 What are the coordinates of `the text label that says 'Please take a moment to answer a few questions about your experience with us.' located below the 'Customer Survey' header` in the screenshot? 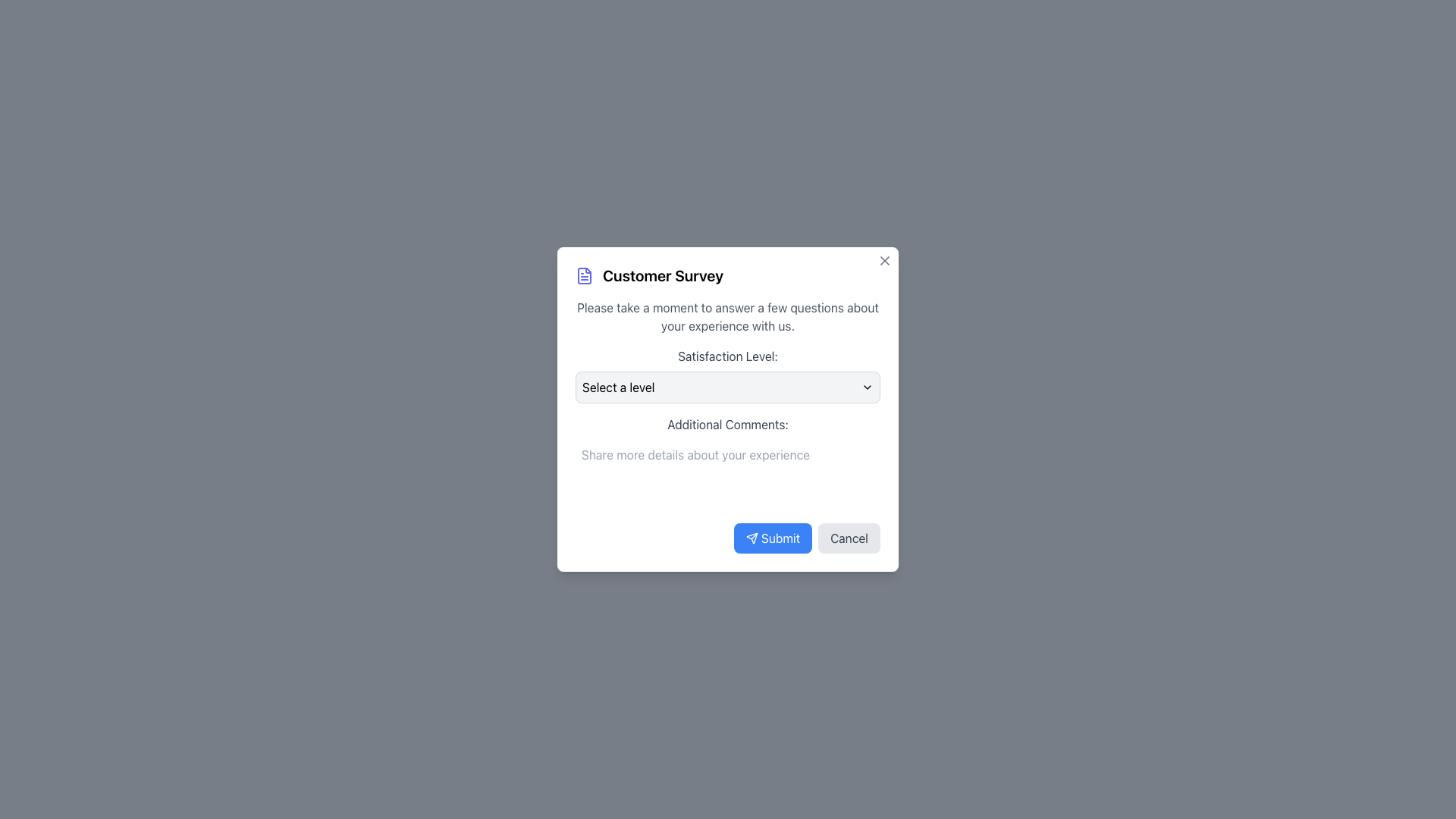 It's located at (728, 315).